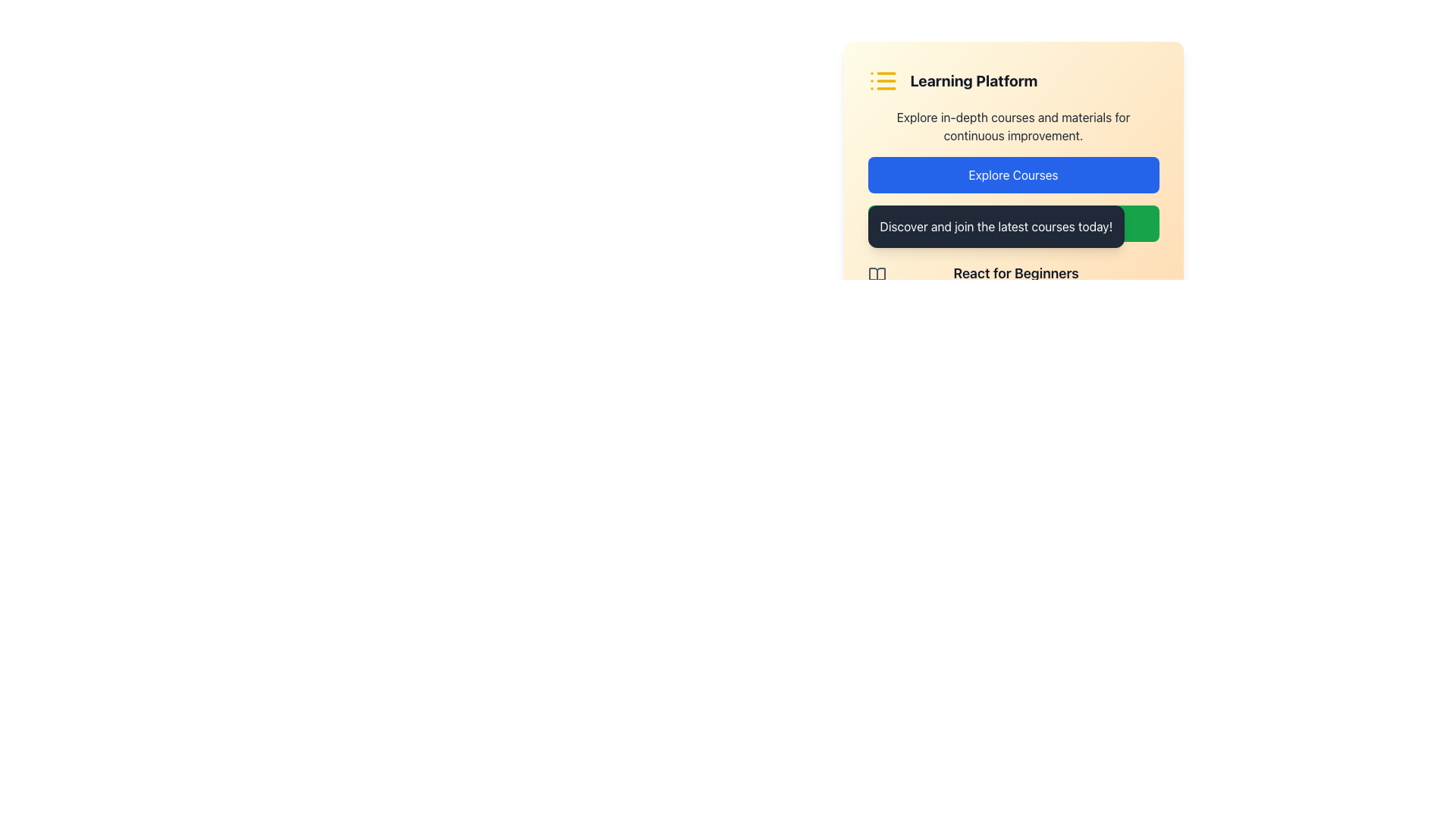  I want to click on the yellow list icon, which consists of three horizontal lines and is positioned to the left of the 'Learning Platform' text, so click(883, 81).